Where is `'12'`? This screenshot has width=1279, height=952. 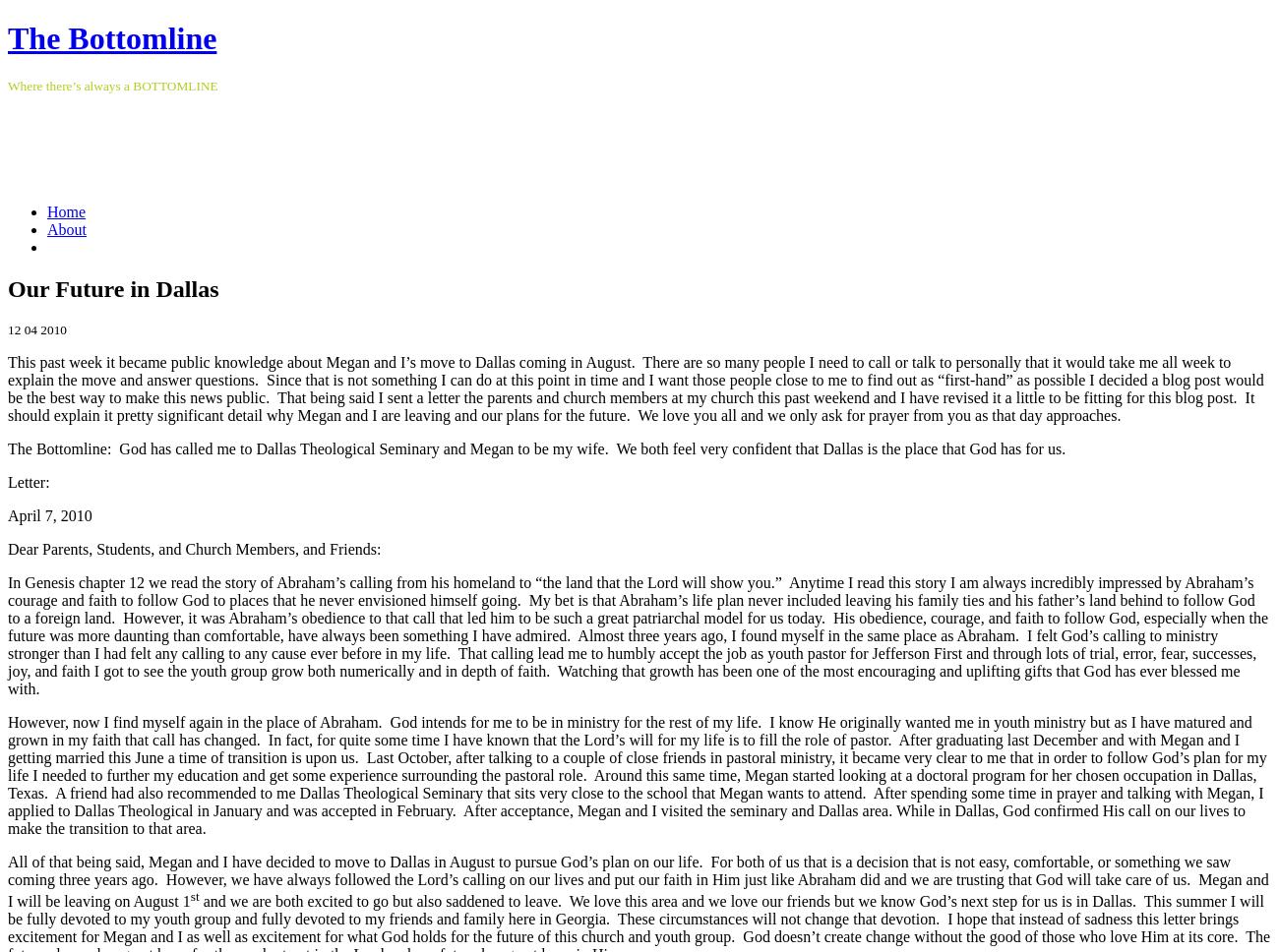
'12' is located at coordinates (13, 328).